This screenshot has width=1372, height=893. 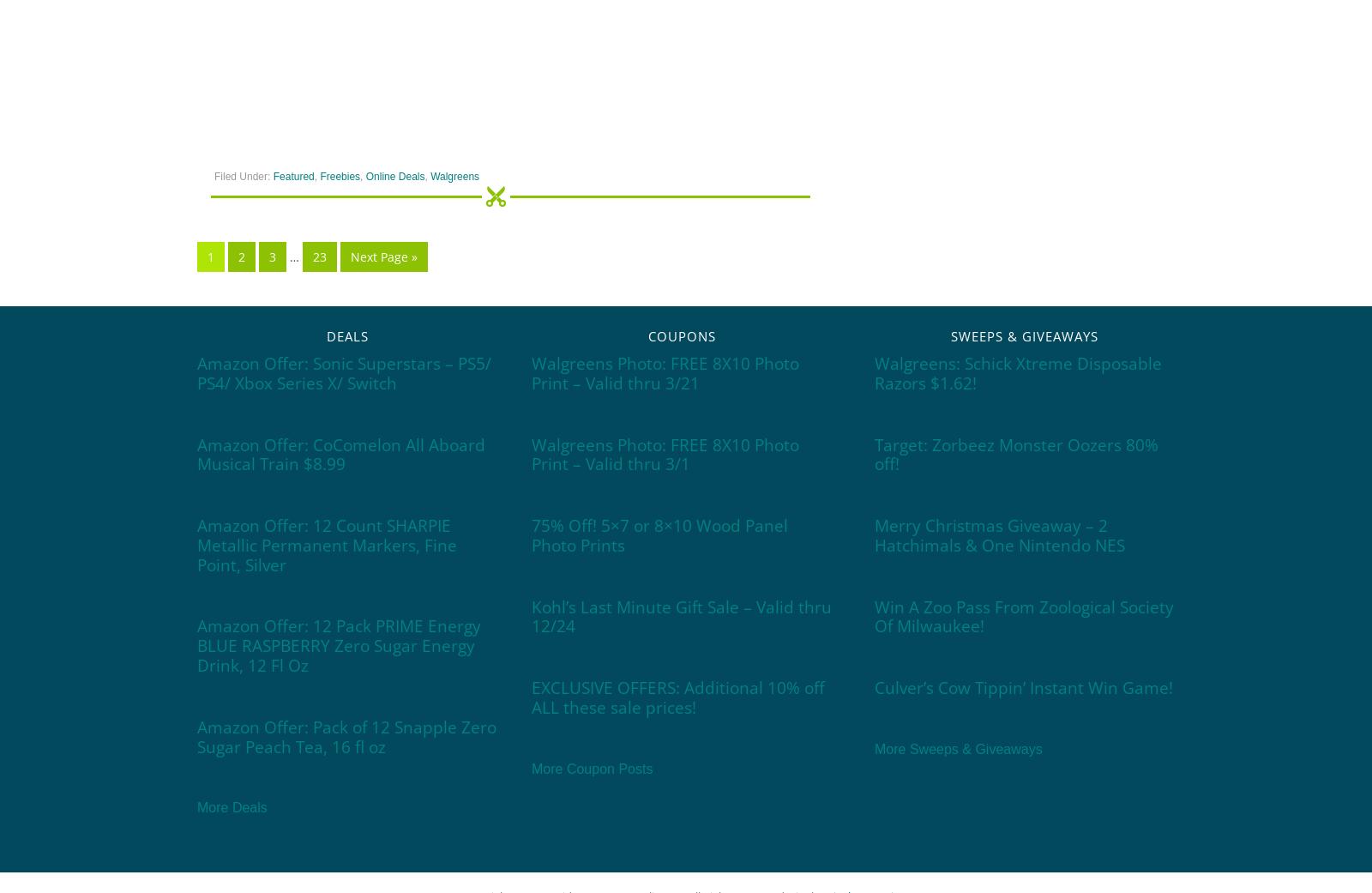 I want to click on 'Walgreens Photo: FREE 8X10 Photo Print – Valid thru 3/21', so click(x=665, y=371).